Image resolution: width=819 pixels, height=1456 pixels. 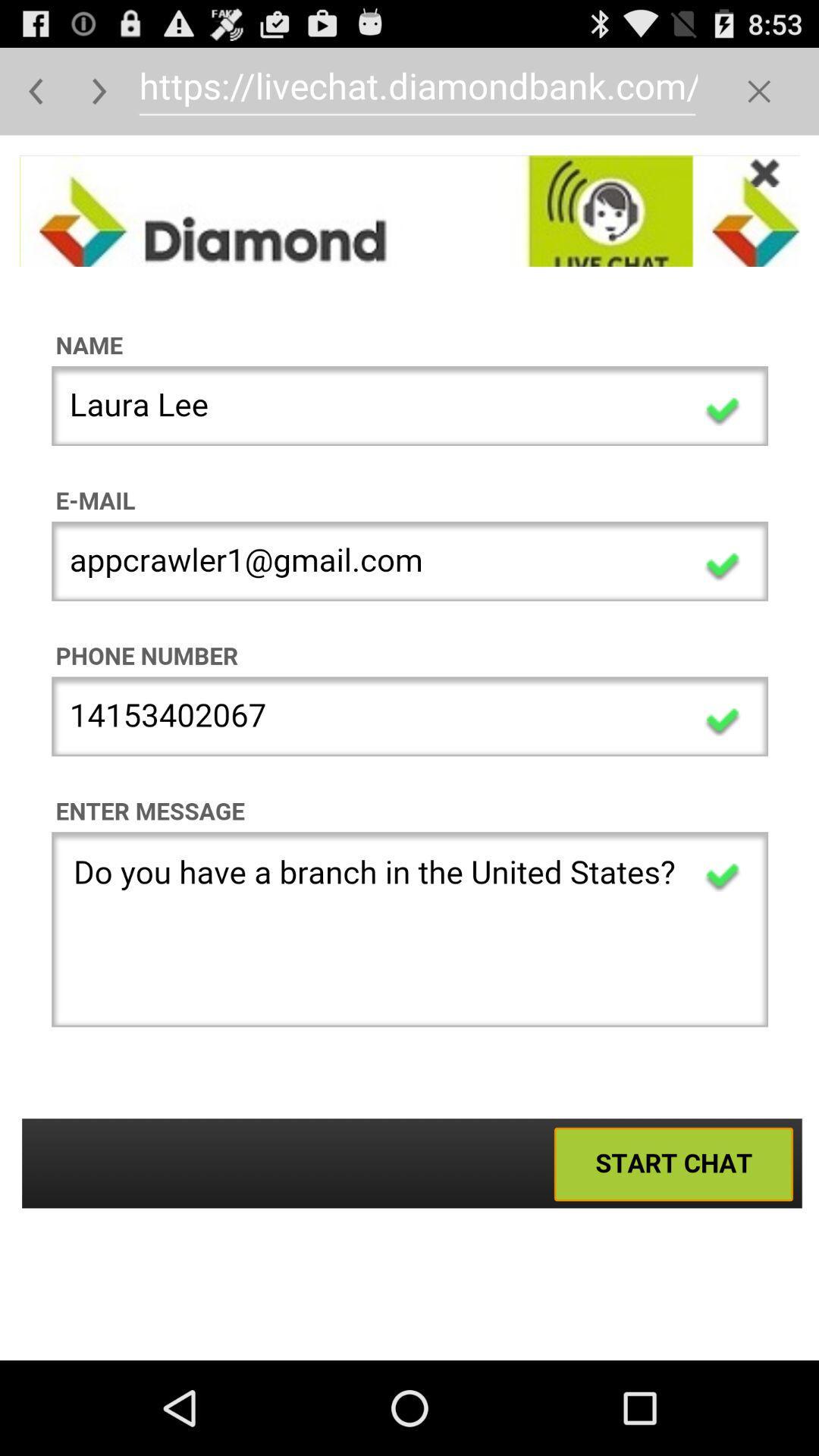 I want to click on address page, so click(x=409, y=748).